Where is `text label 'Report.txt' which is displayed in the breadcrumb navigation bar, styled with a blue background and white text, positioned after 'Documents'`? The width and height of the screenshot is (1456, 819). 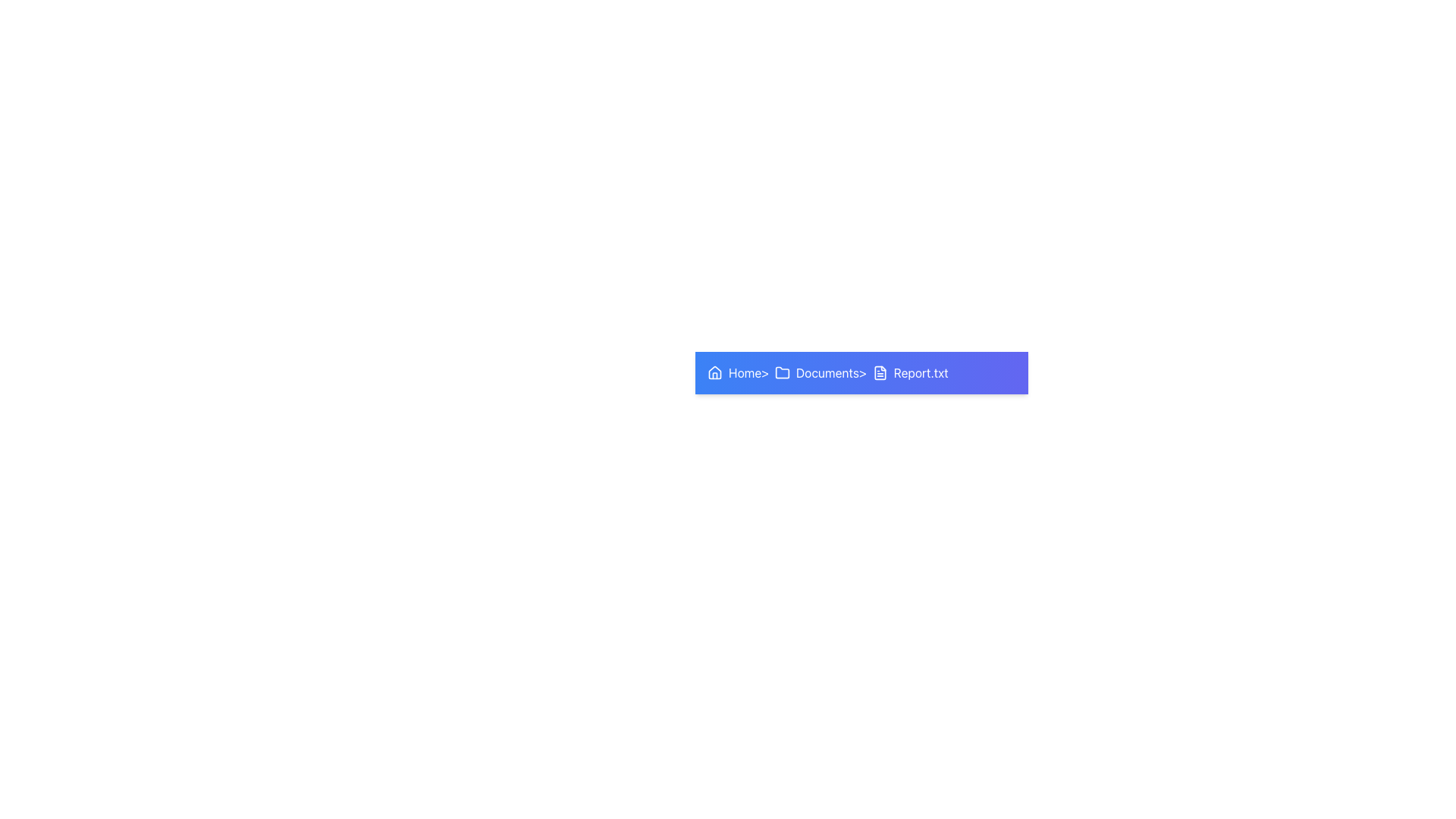
text label 'Report.txt' which is displayed in the breadcrumb navigation bar, styled with a blue background and white text, positioned after 'Documents' is located at coordinates (920, 373).